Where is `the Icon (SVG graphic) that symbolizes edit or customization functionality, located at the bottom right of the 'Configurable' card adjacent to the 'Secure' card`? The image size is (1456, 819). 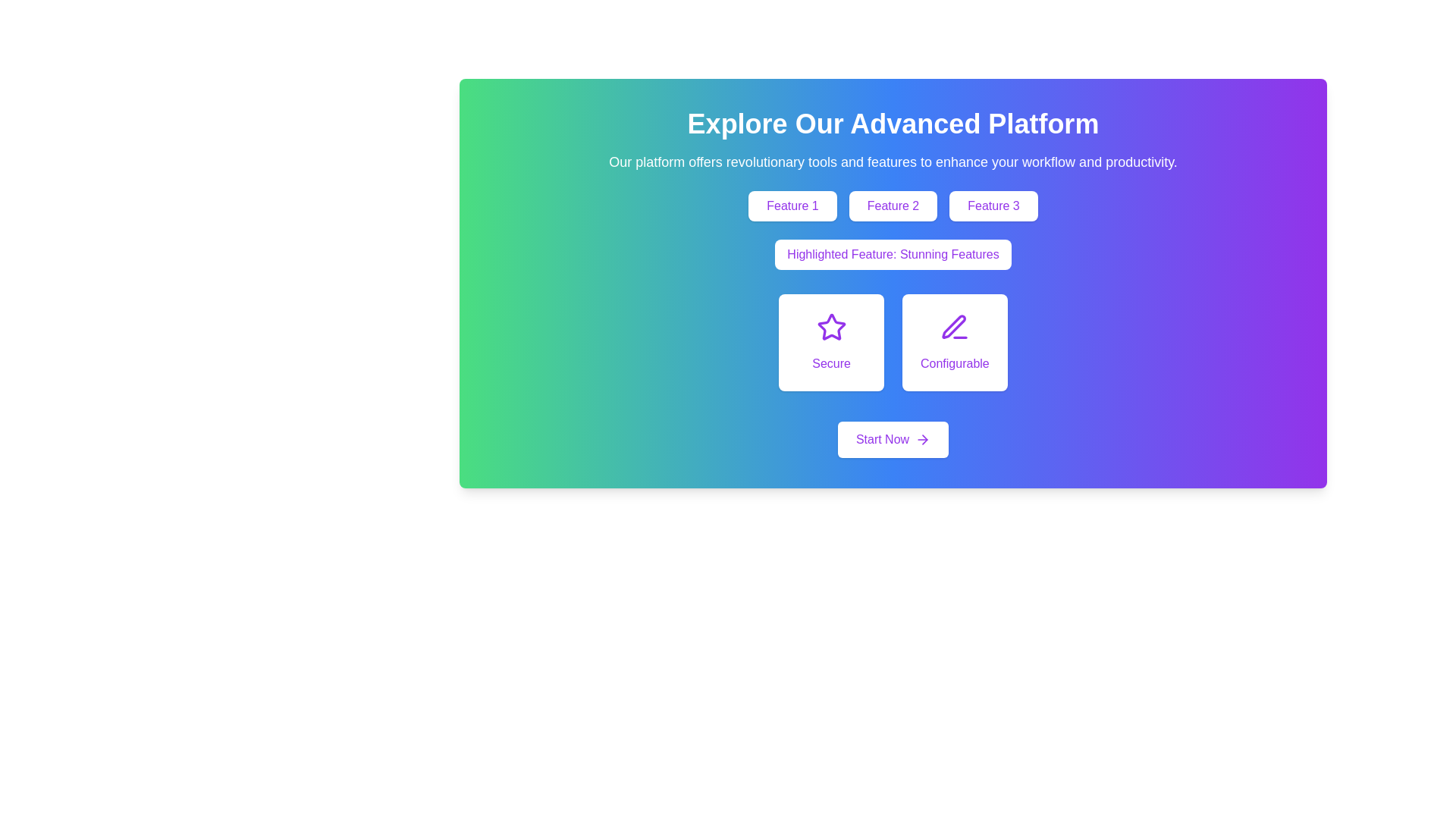 the Icon (SVG graphic) that symbolizes edit or customization functionality, located at the bottom right of the 'Configurable' card adjacent to the 'Secure' card is located at coordinates (953, 326).